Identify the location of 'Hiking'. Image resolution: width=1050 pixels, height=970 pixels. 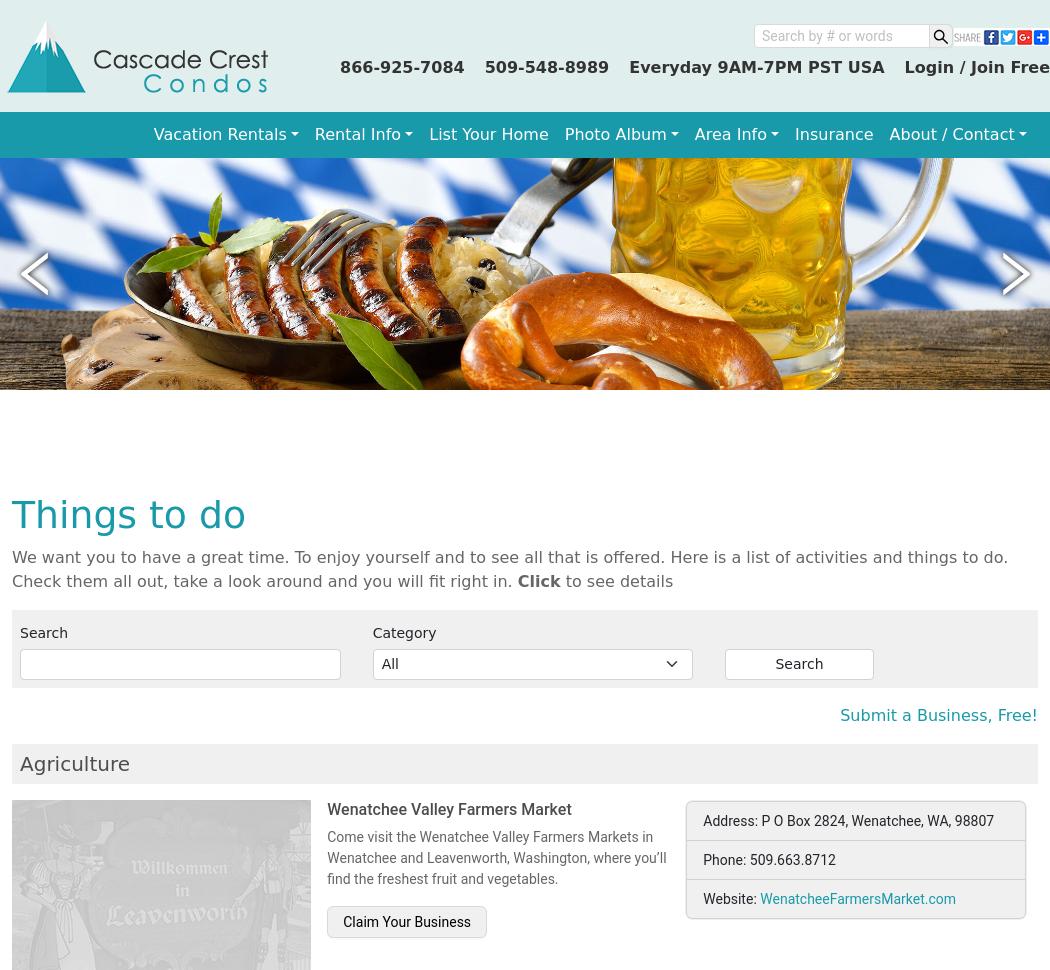
(50, 474).